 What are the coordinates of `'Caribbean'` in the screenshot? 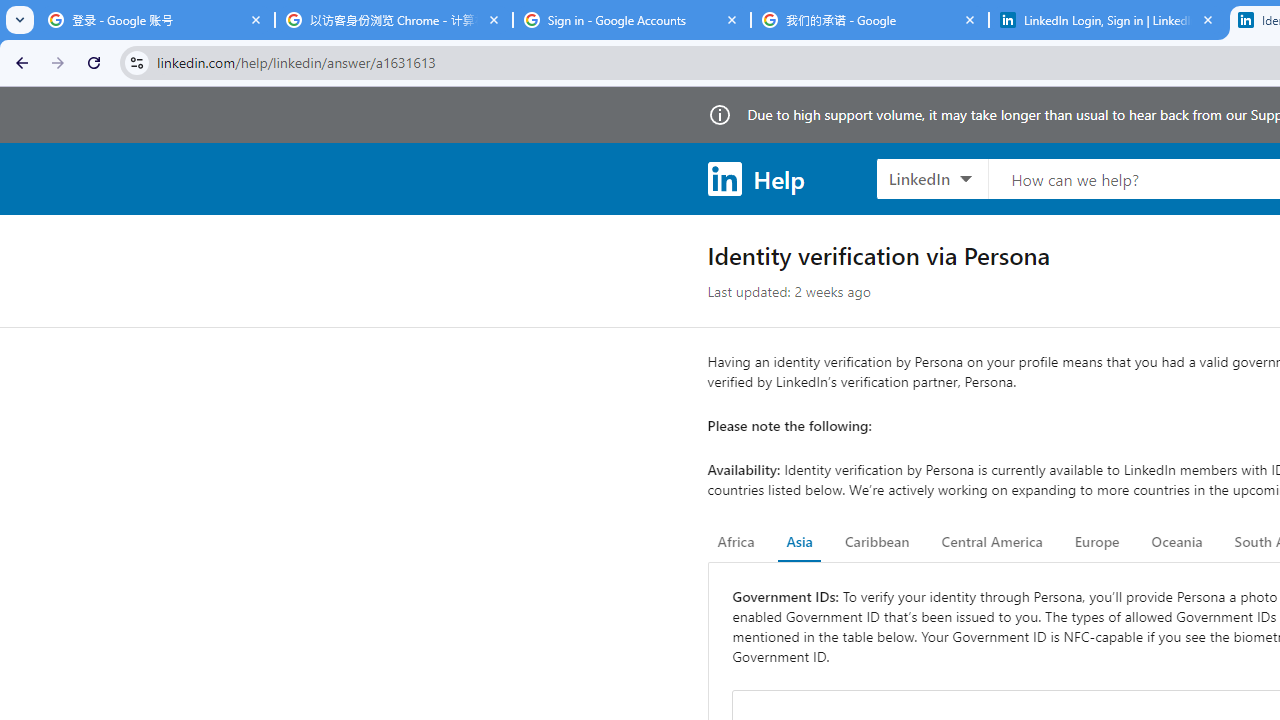 It's located at (876, 542).